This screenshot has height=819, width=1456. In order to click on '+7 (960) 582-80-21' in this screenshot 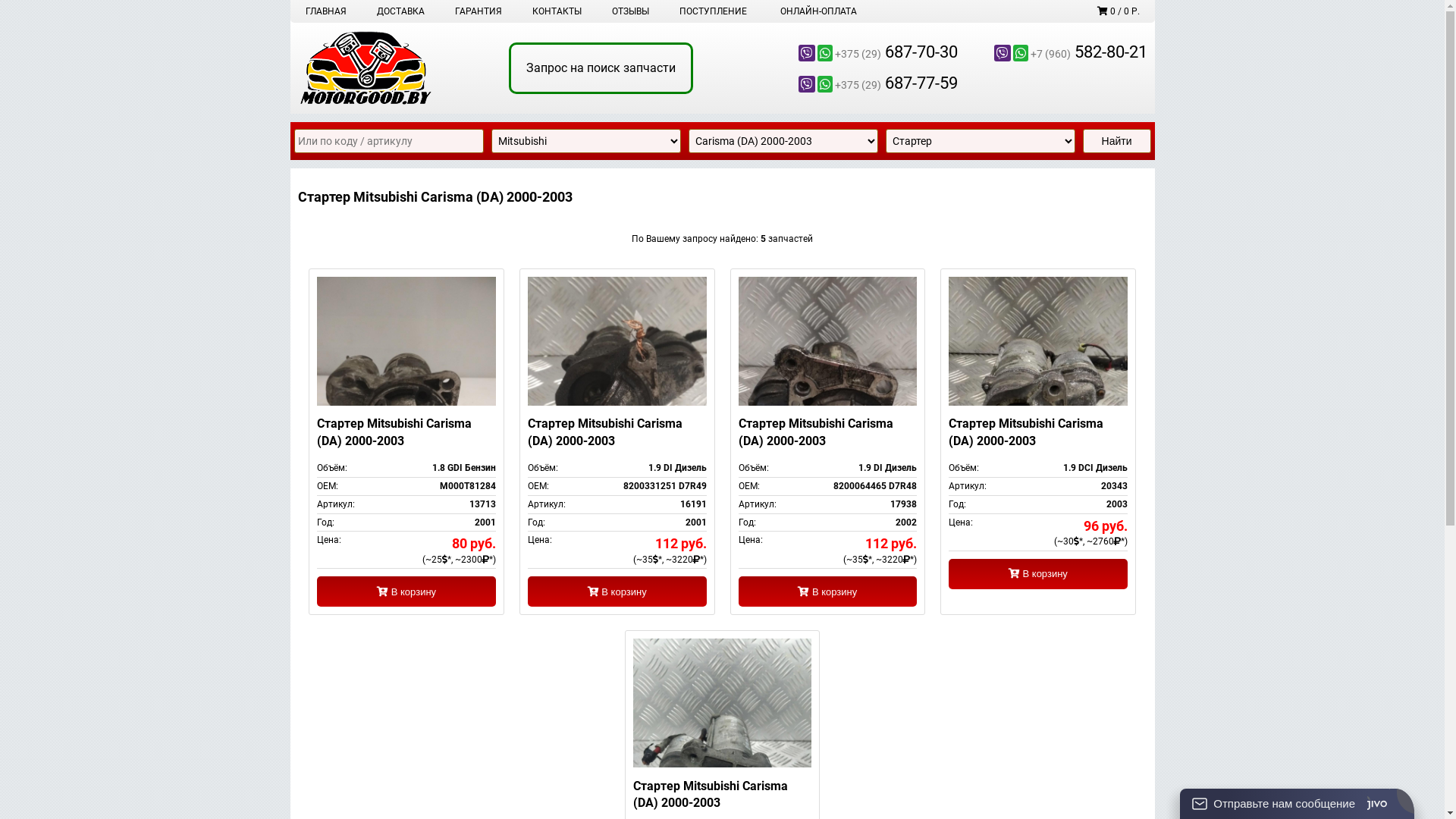, I will do `click(1051, 52)`.